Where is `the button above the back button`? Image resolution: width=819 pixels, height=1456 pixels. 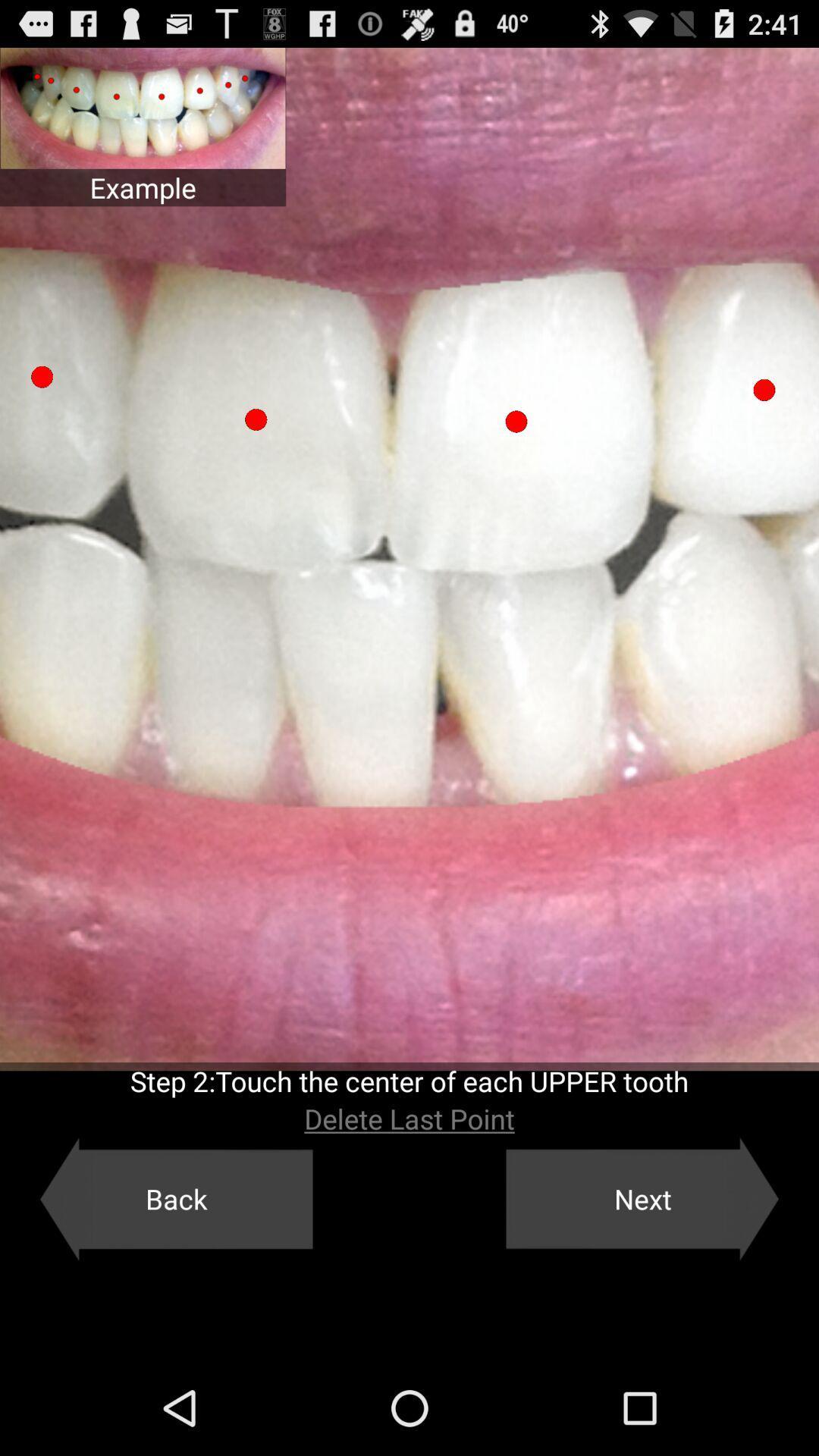 the button above the back button is located at coordinates (409, 1119).